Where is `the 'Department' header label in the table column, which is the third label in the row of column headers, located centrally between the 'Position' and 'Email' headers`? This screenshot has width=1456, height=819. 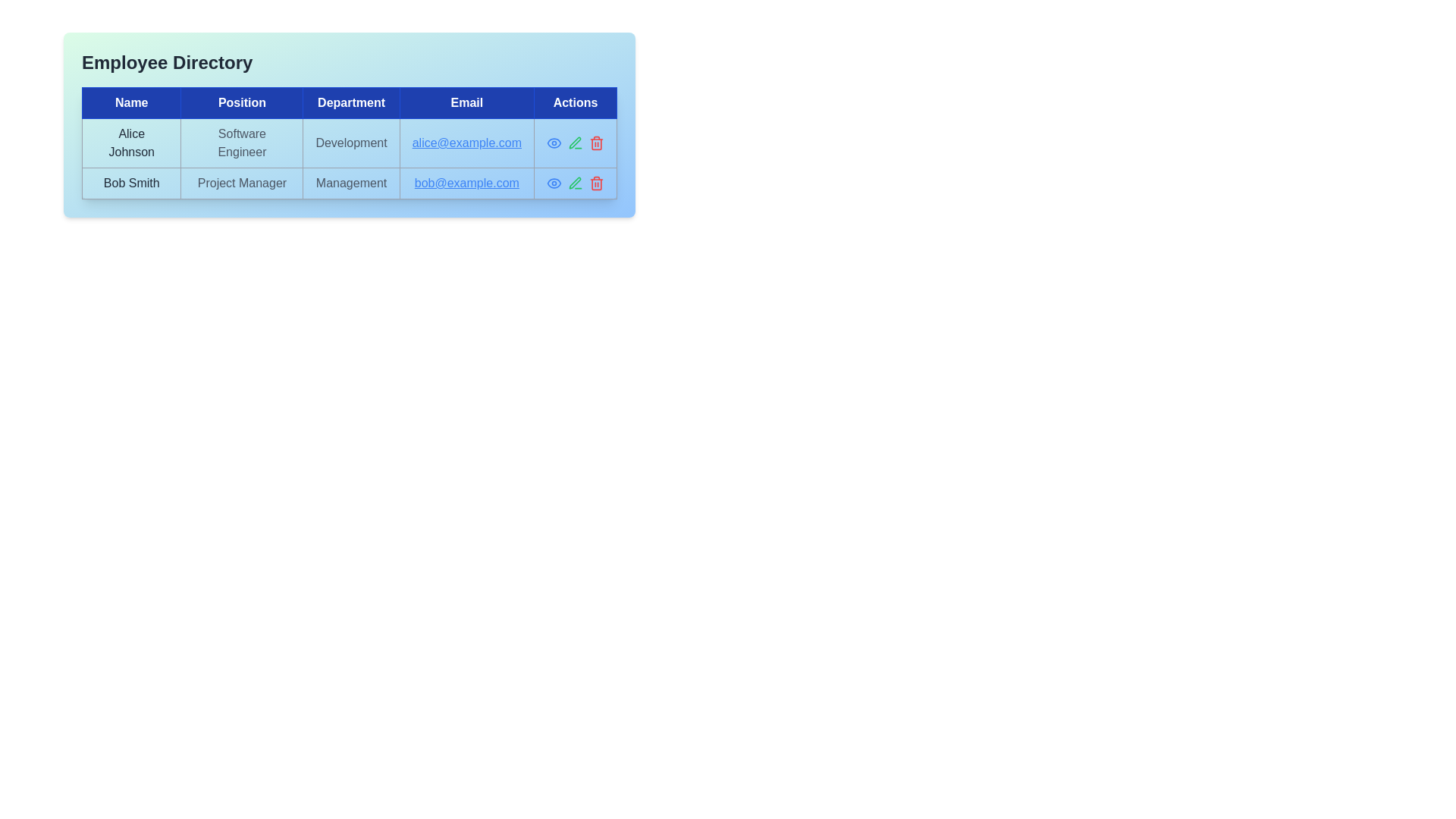
the 'Department' header label in the table column, which is the third label in the row of column headers, located centrally between the 'Position' and 'Email' headers is located at coordinates (350, 102).